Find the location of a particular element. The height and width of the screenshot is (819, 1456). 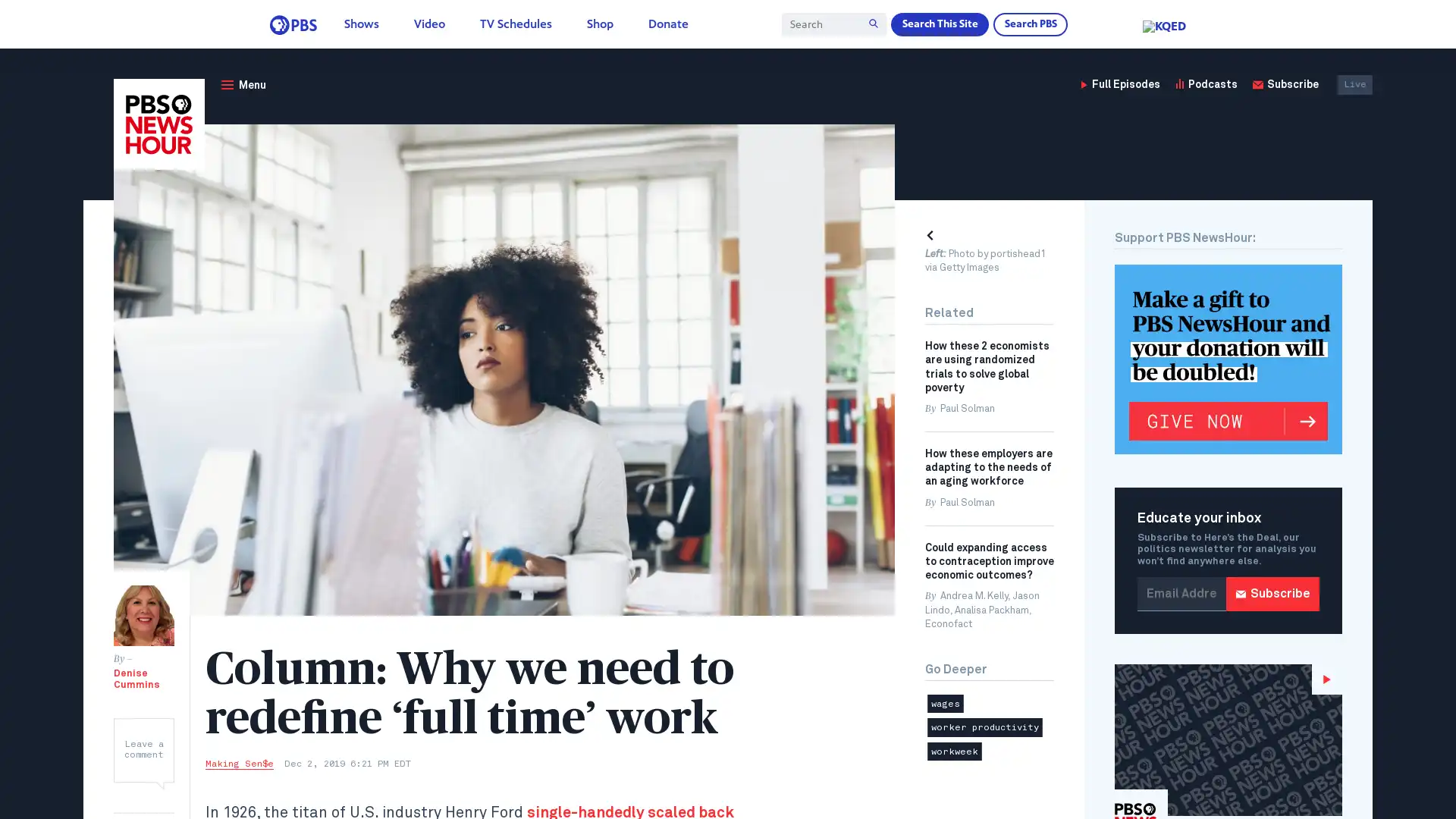

Subscribe is located at coordinates (1272, 593).